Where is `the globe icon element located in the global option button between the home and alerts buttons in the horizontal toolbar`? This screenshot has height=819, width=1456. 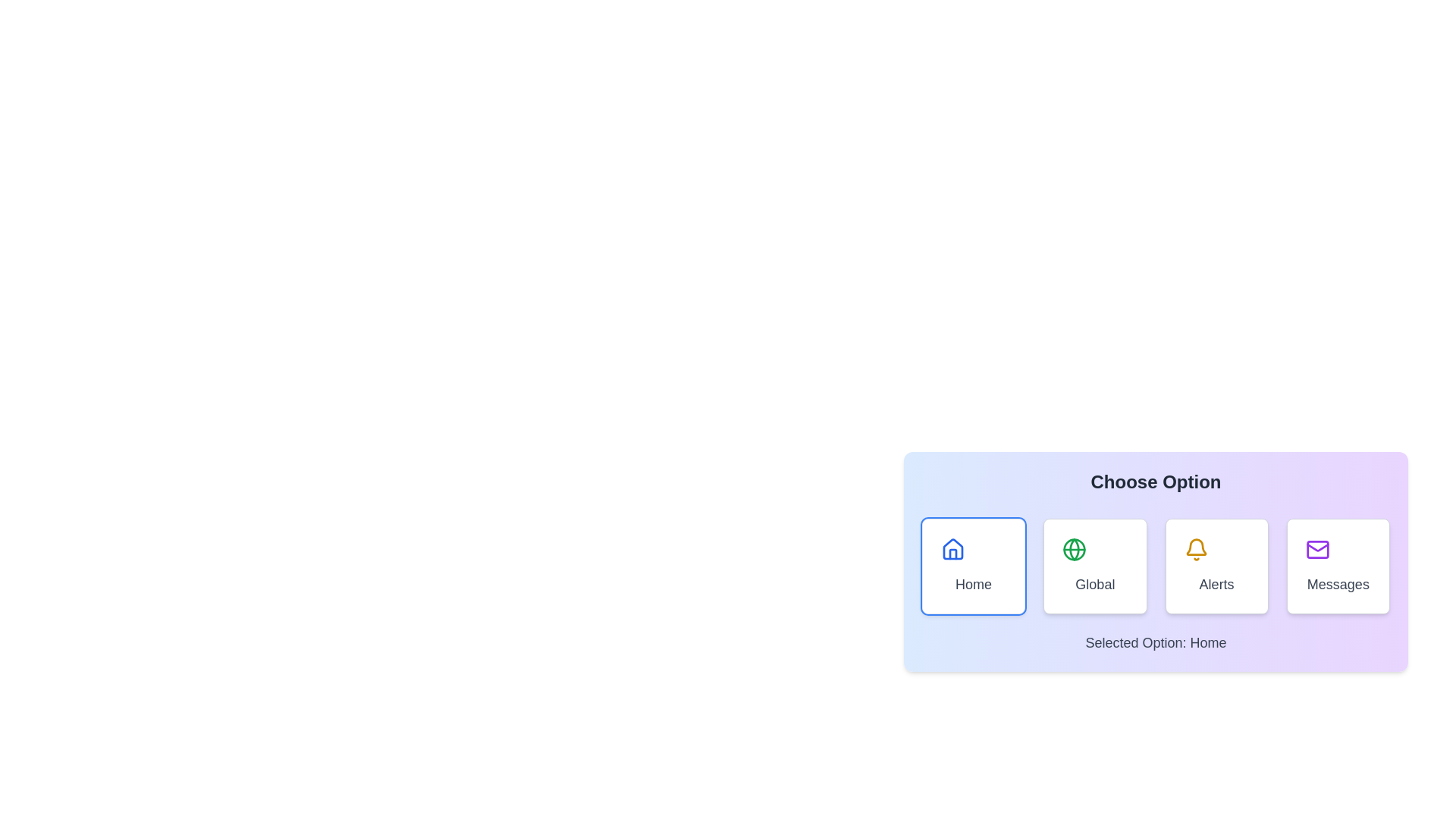
the globe icon element located in the global option button between the home and alerts buttons in the horizontal toolbar is located at coordinates (1074, 550).